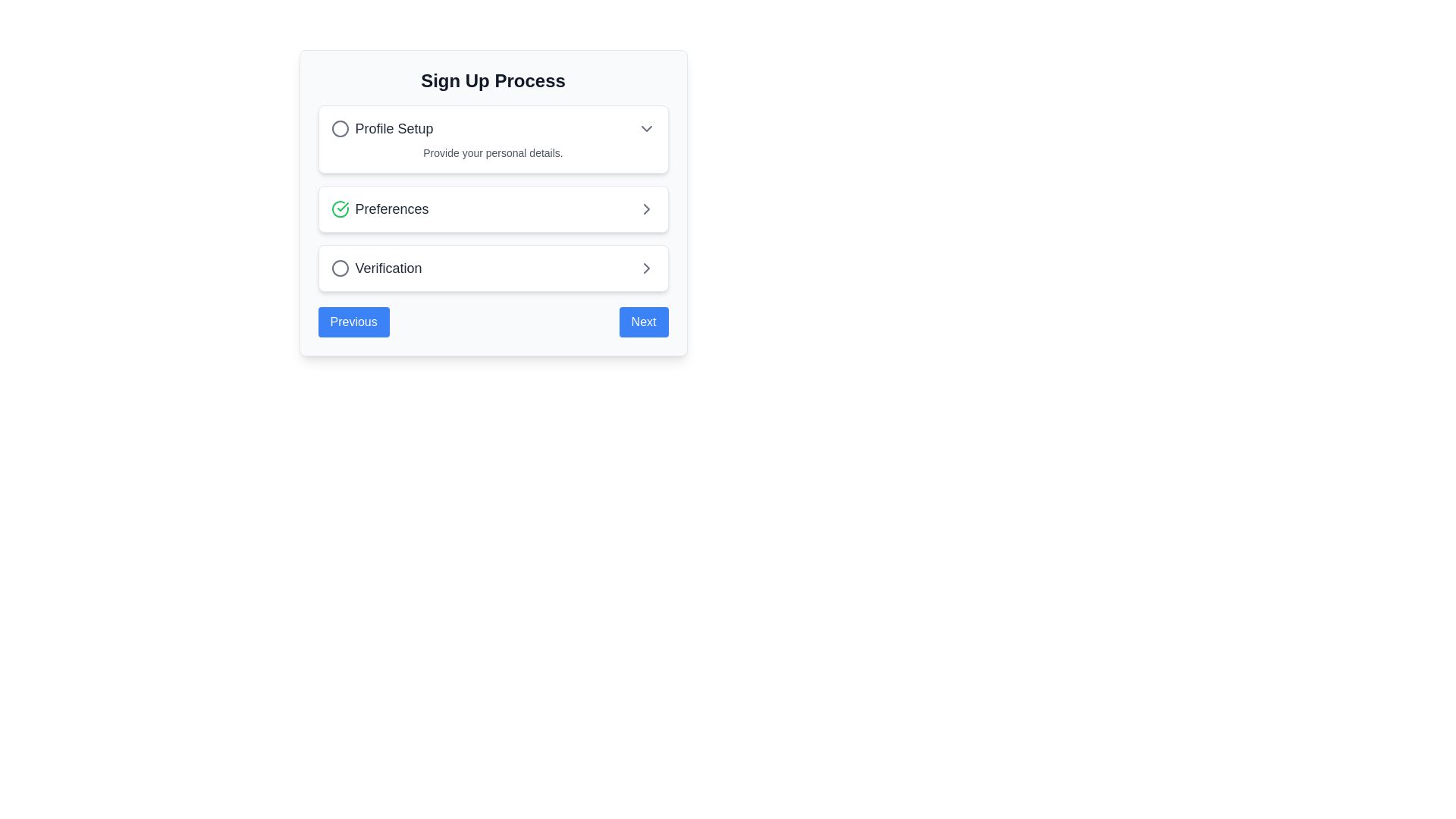 This screenshot has height=819, width=1456. I want to click on the 'Verification' selectable list item, which is the third item, so click(493, 268).